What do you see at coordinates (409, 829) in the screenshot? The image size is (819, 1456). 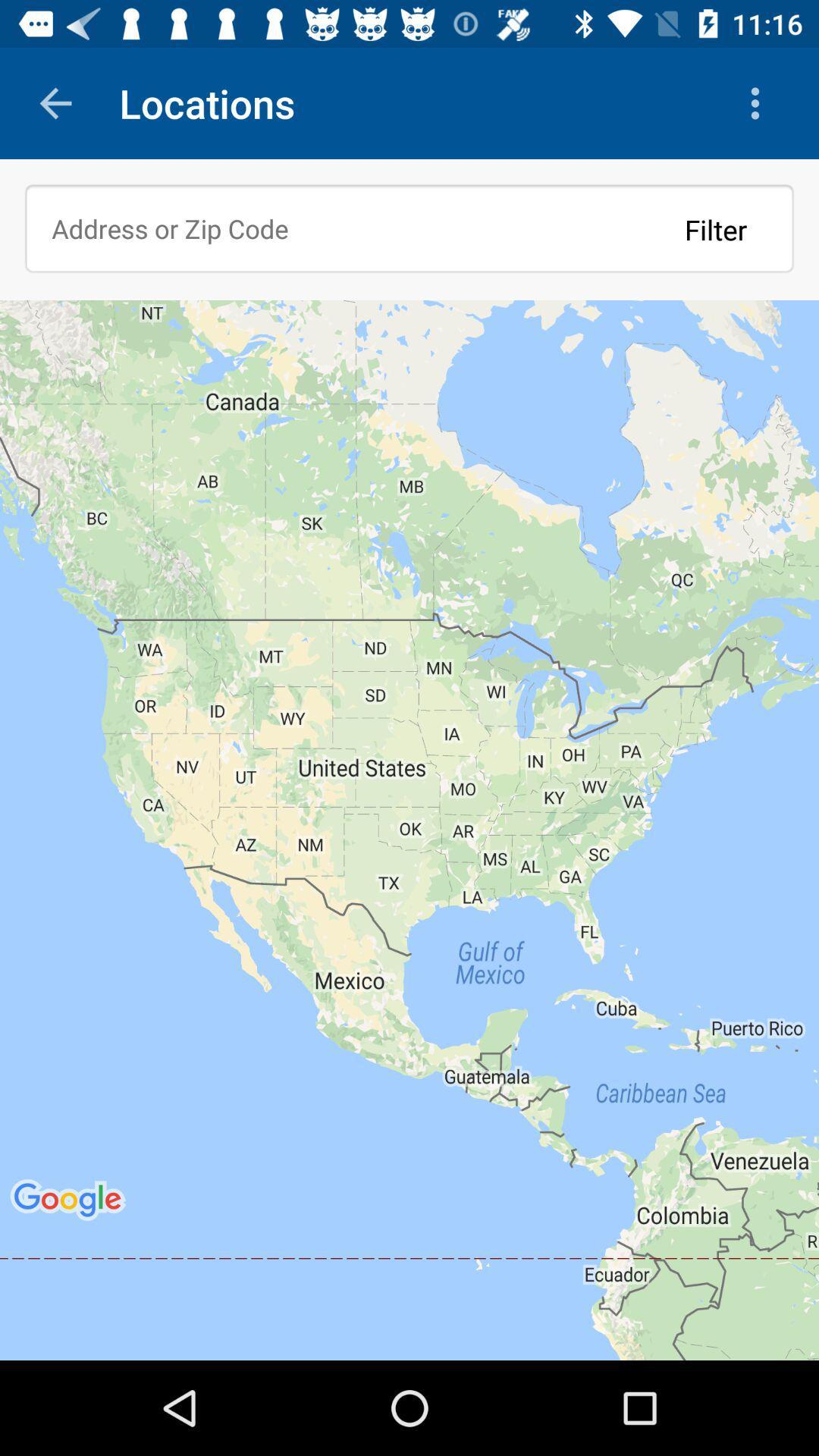 I see `the item at the center` at bounding box center [409, 829].